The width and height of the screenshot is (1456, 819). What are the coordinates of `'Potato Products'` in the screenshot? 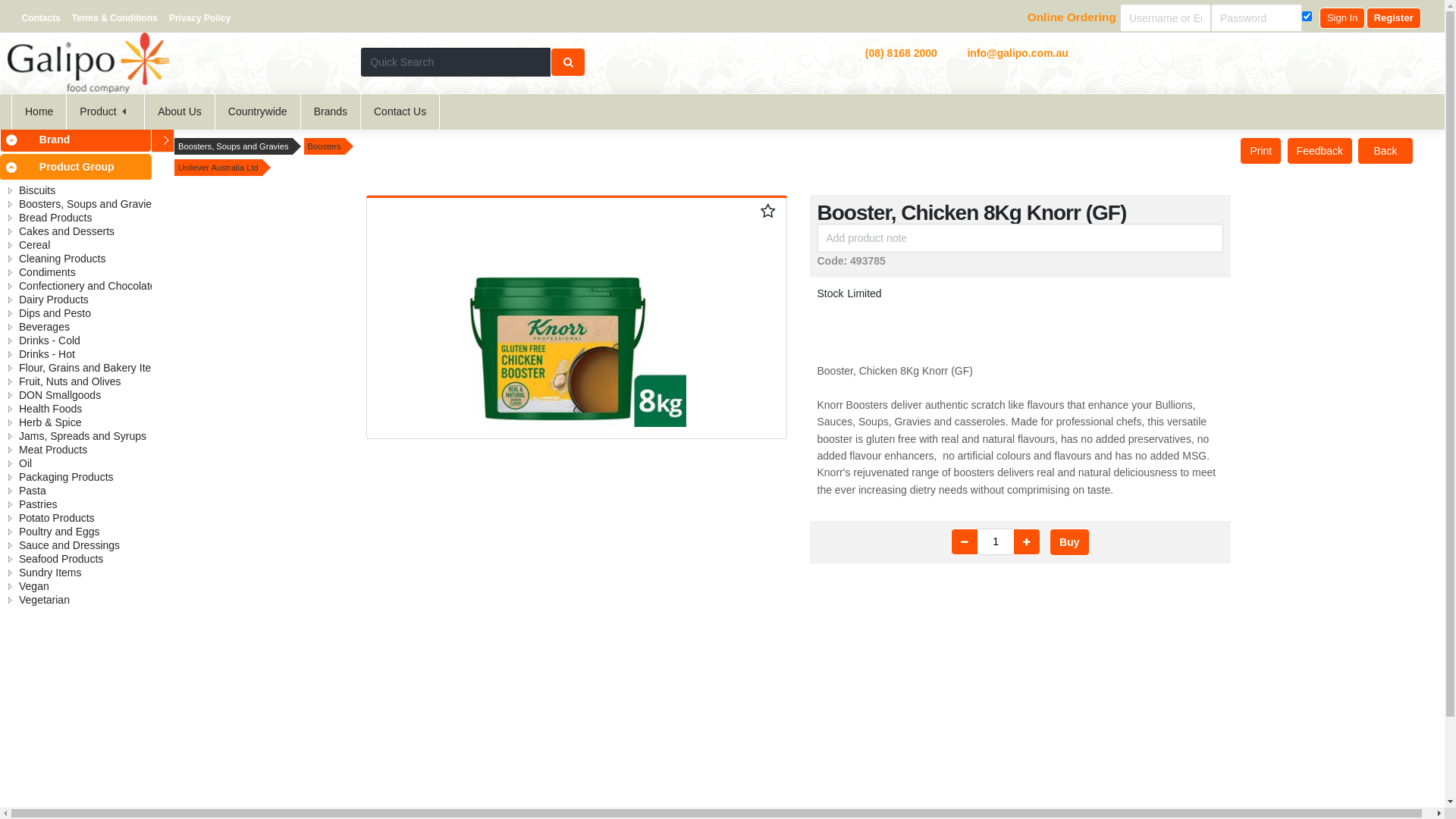 It's located at (57, 516).